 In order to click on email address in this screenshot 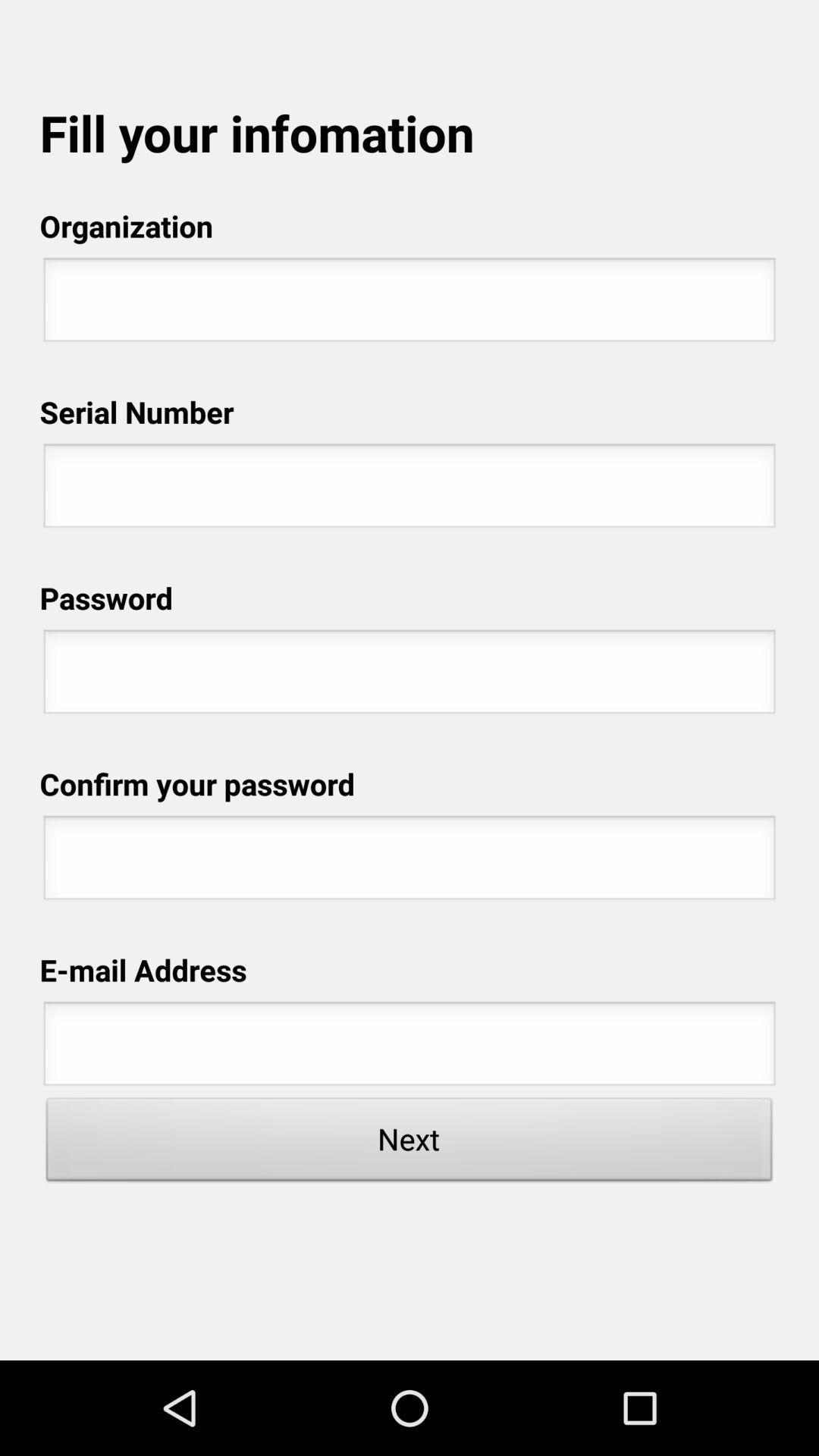, I will do `click(409, 1047)`.